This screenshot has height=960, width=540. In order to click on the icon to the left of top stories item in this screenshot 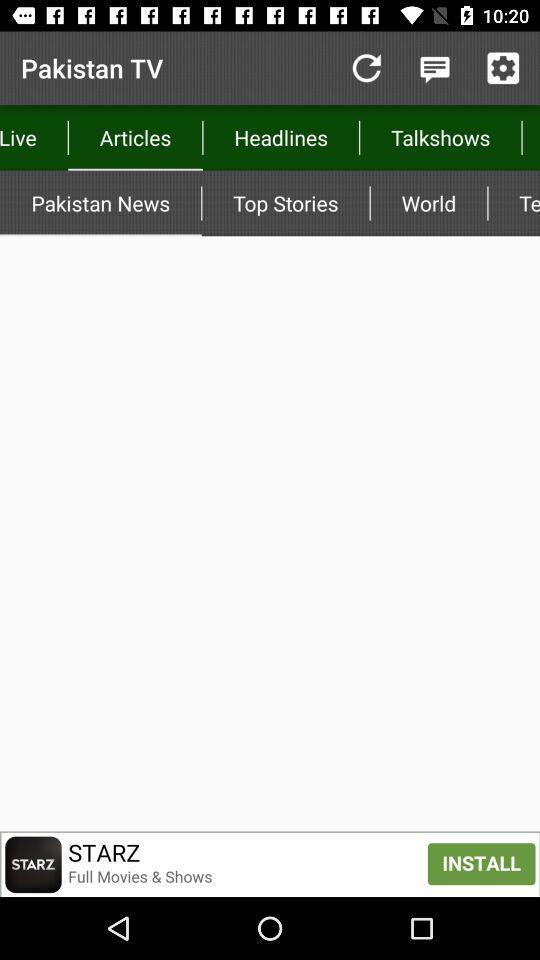, I will do `click(135, 136)`.